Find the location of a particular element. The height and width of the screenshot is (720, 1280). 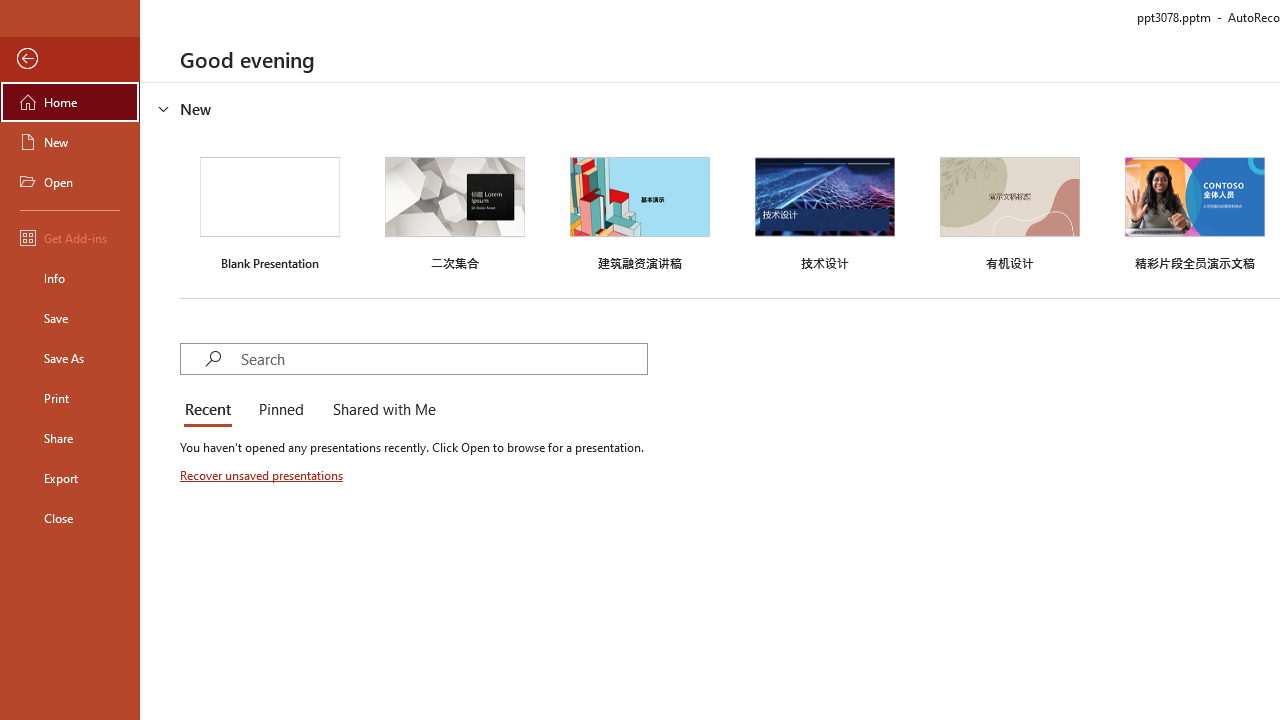

'Print' is located at coordinates (69, 398).